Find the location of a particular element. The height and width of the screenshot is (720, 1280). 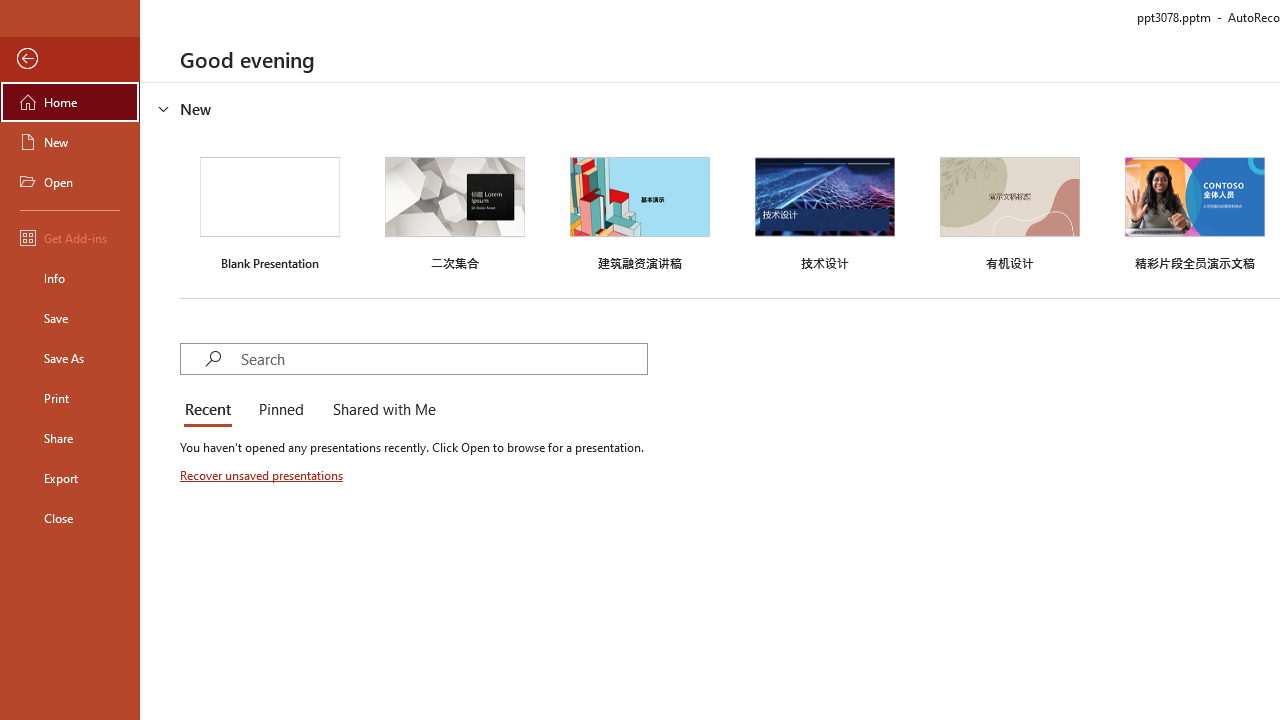

'Print' is located at coordinates (69, 398).